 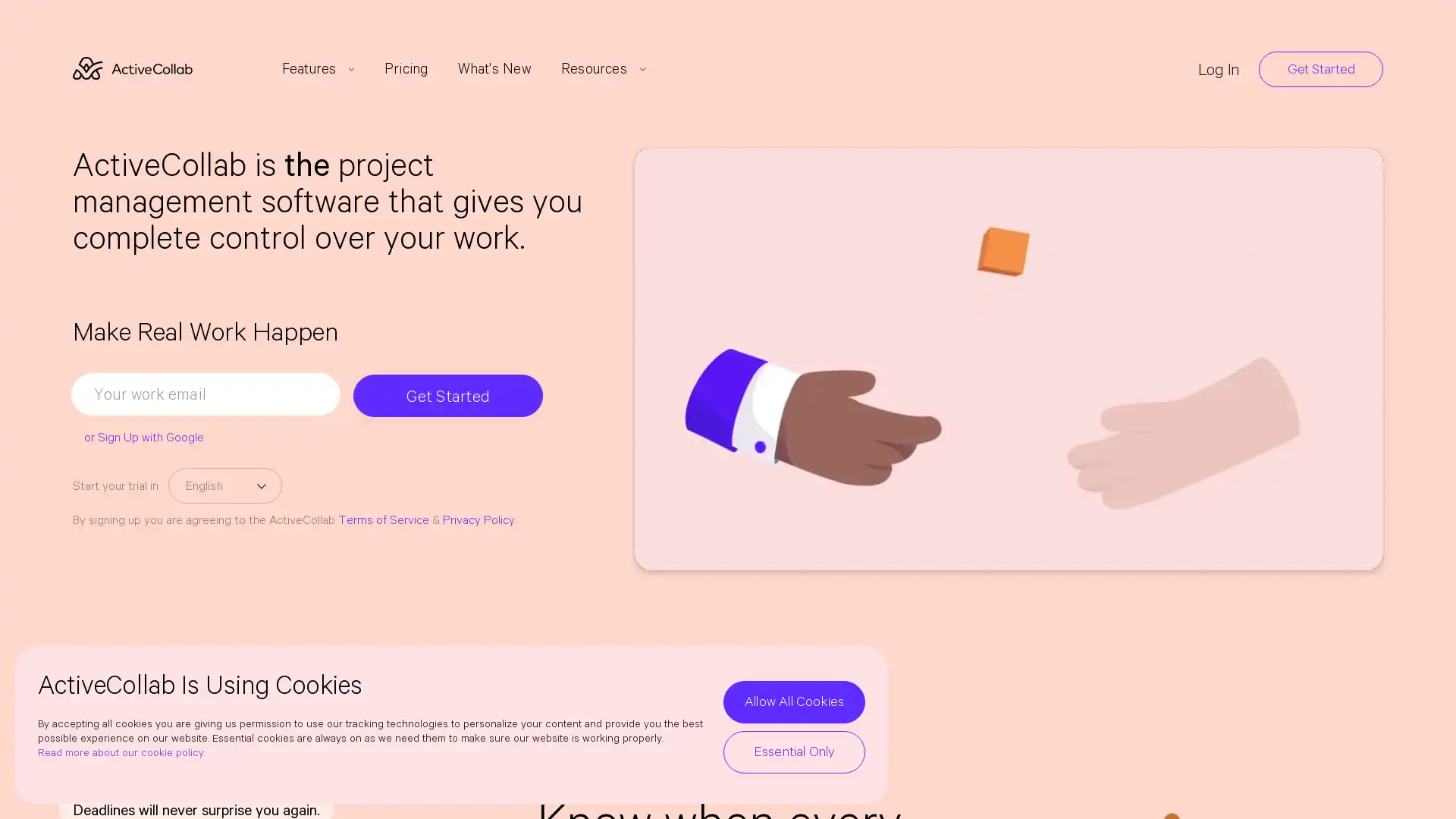 I want to click on Get Started, so click(x=451, y=394).